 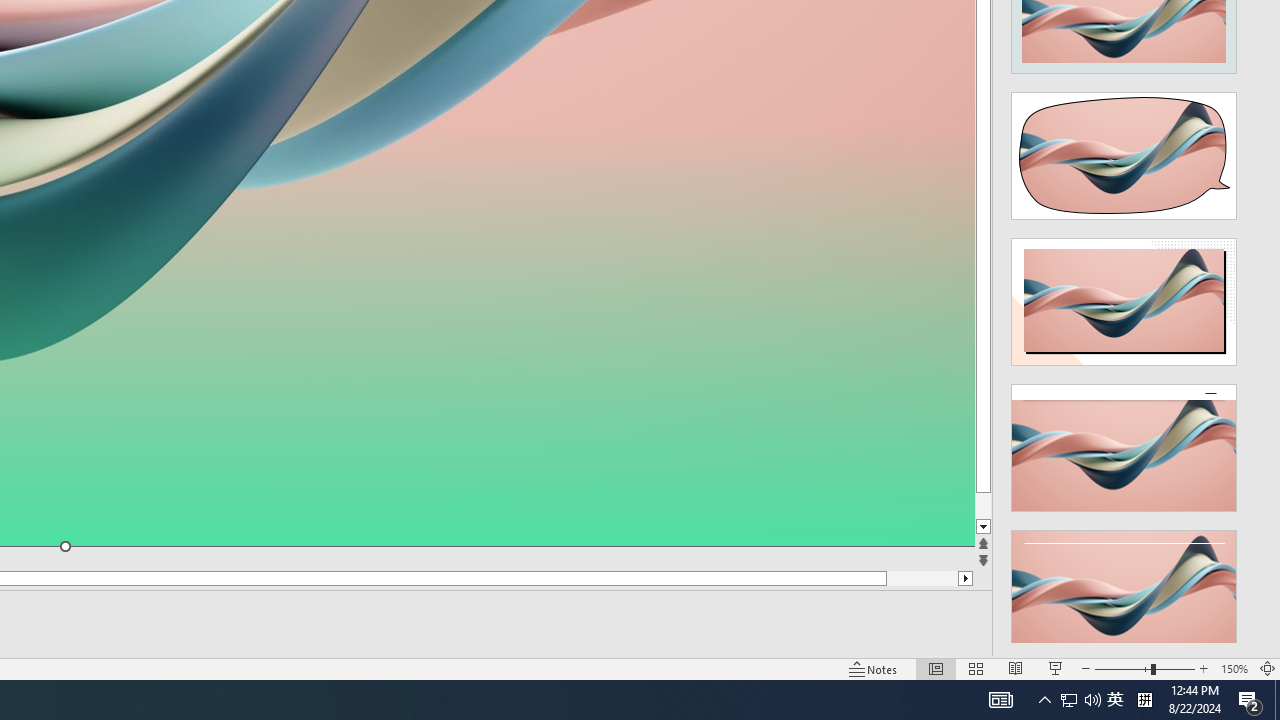 What do you see at coordinates (1250, 698) in the screenshot?
I see `'Action Center, 2 new notifications'` at bounding box center [1250, 698].